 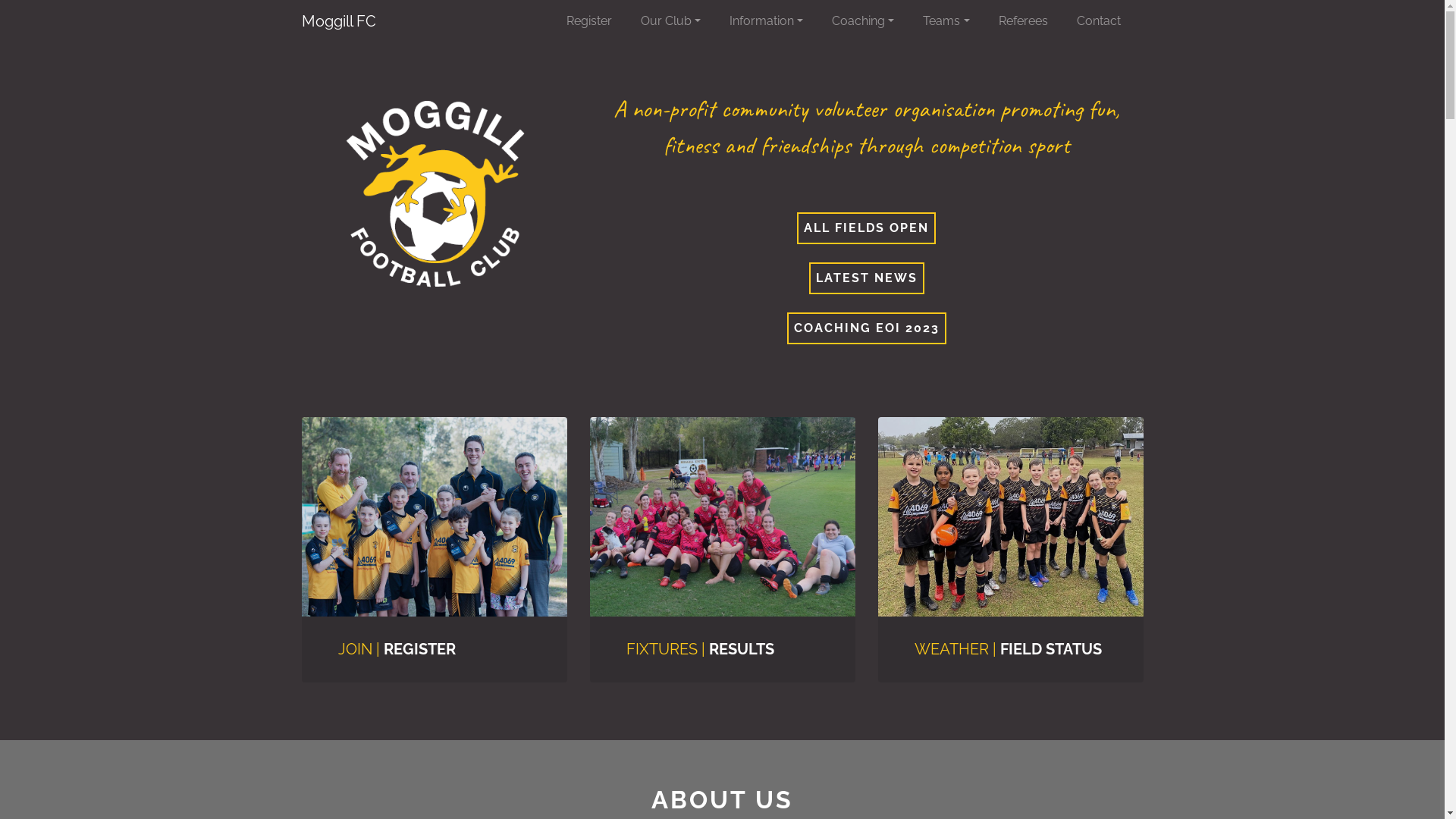 What do you see at coordinates (866, 227) in the screenshot?
I see `'ALL FIELDS OPEN'` at bounding box center [866, 227].